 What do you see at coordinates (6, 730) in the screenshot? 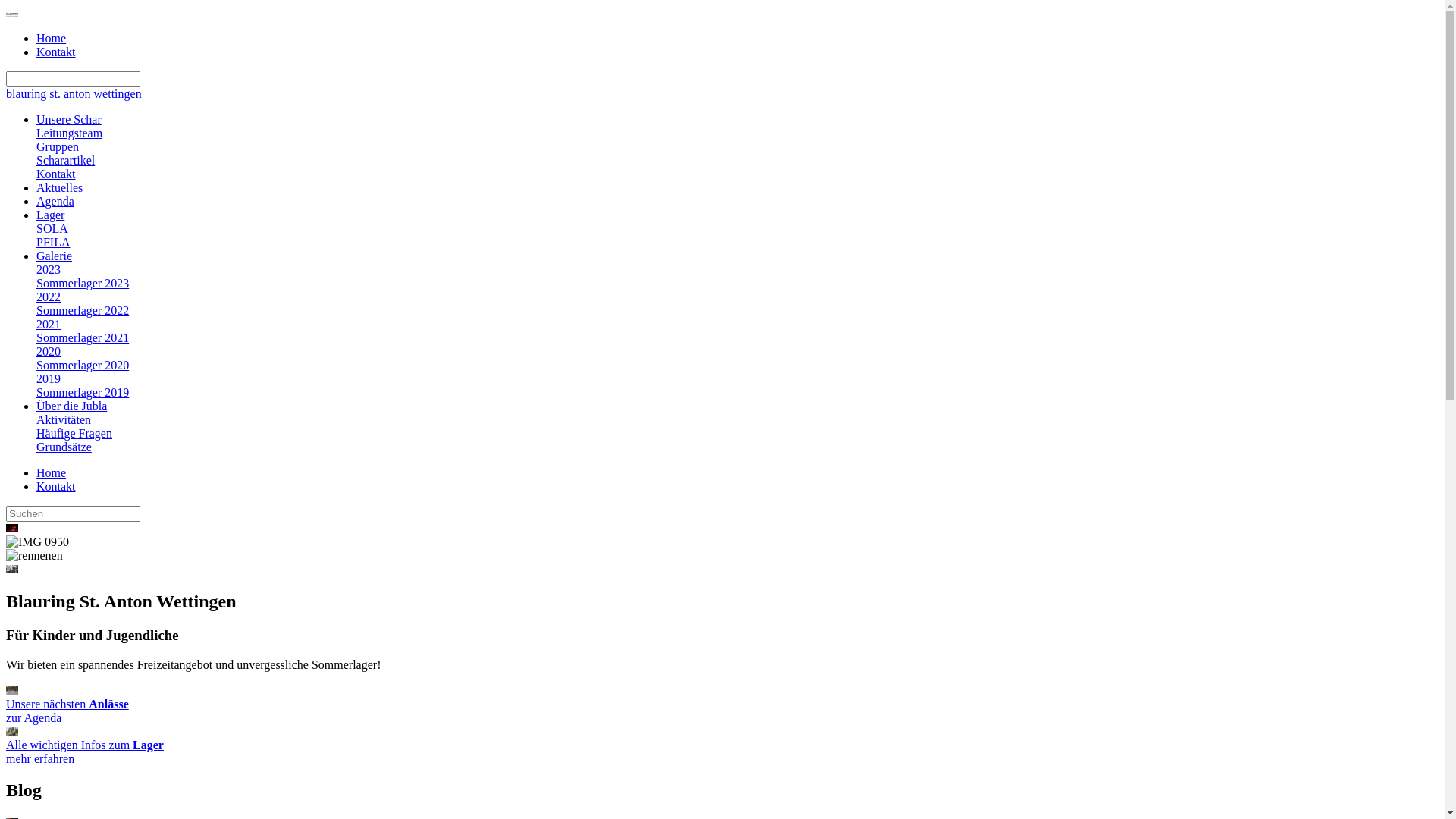
I see `'mehr erfahren'` at bounding box center [6, 730].